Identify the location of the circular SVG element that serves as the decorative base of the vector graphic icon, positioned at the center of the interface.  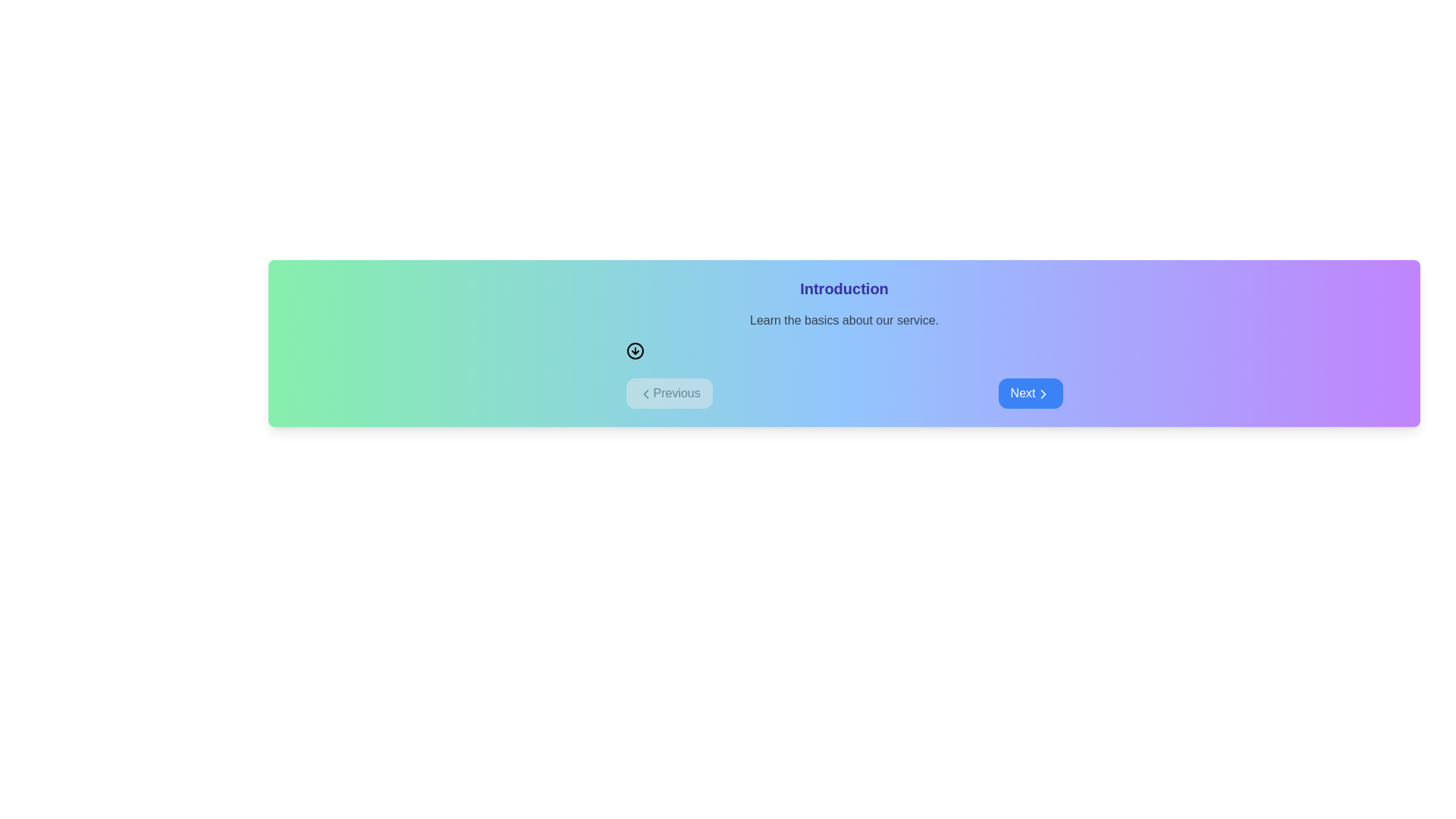
(635, 350).